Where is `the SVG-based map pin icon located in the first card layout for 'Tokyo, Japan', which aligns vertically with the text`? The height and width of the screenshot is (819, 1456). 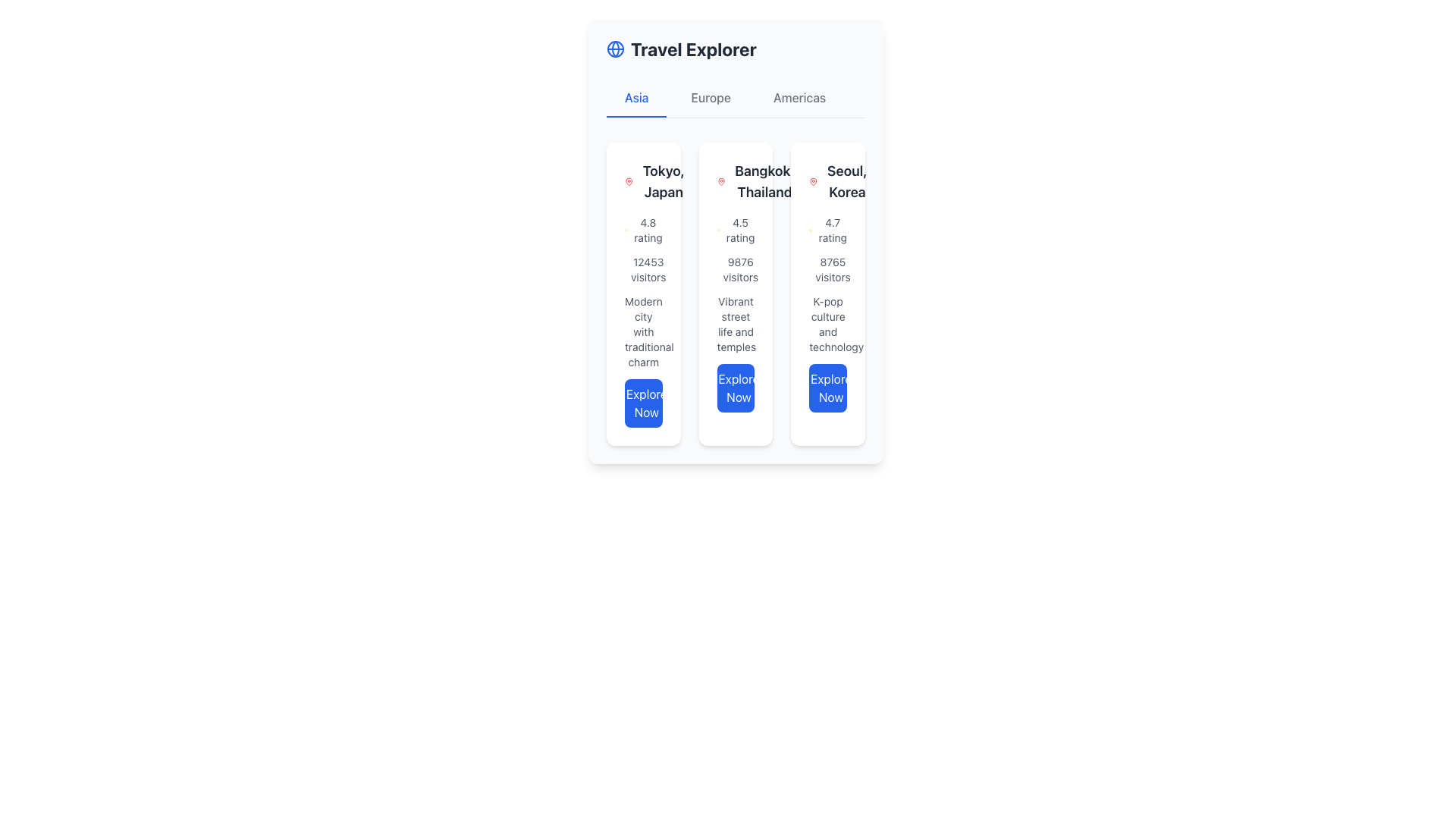 the SVG-based map pin icon located in the first card layout for 'Tokyo, Japan', which aligns vertically with the text is located at coordinates (629, 180).